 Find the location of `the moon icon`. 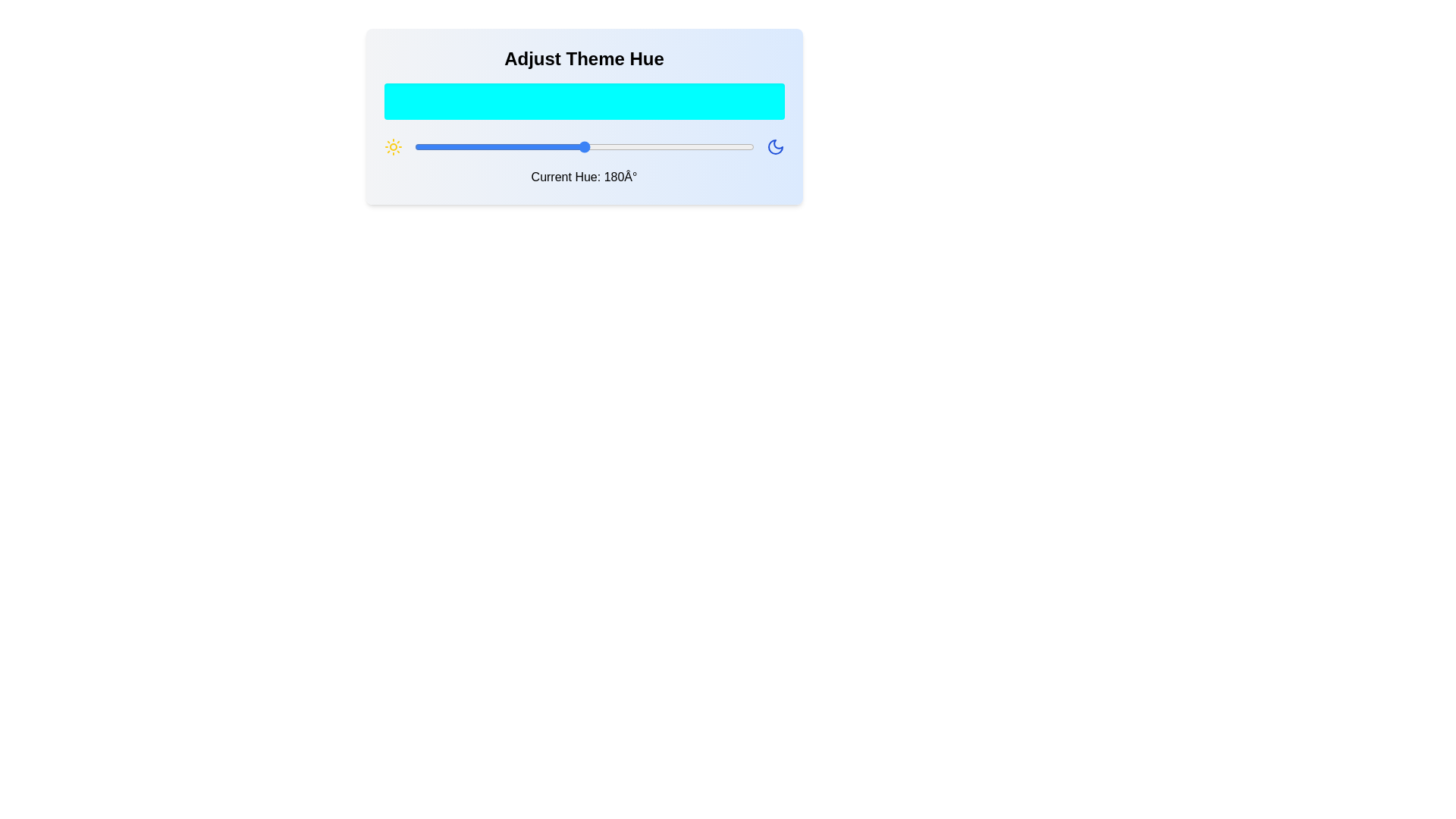

the moon icon is located at coordinates (775, 146).